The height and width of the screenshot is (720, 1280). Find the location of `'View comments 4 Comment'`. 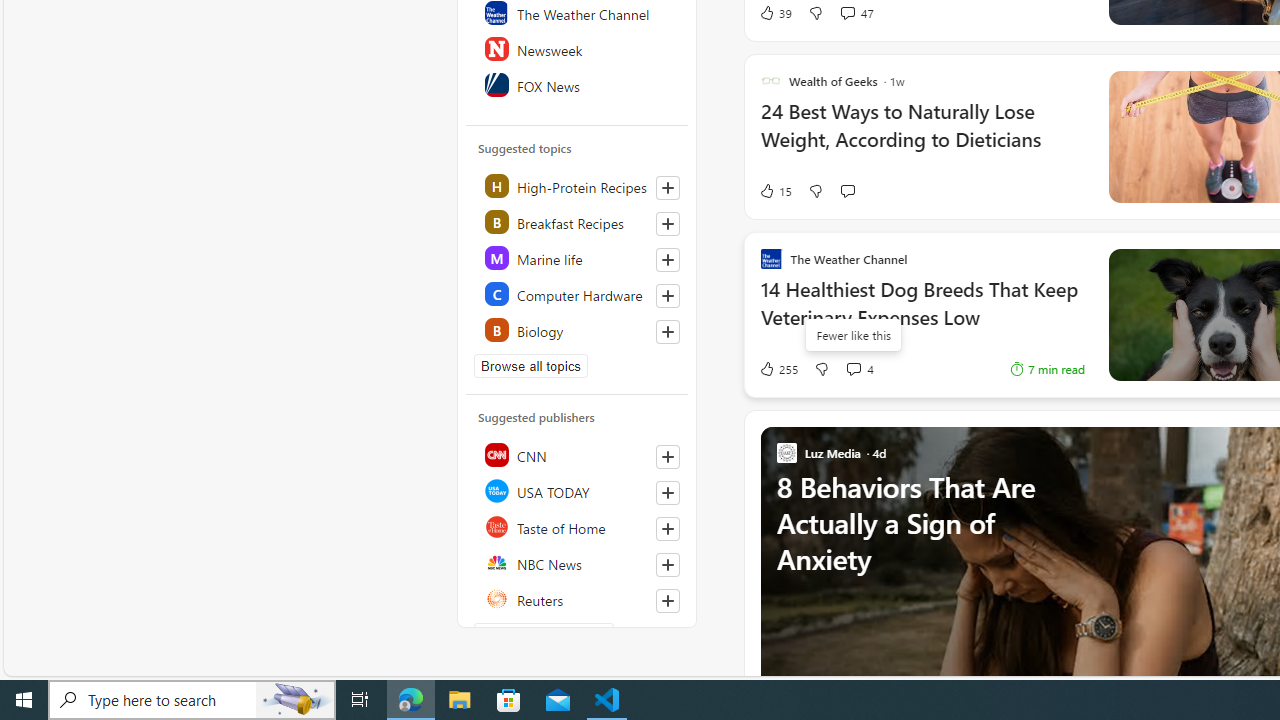

'View comments 4 Comment' is located at coordinates (853, 368).